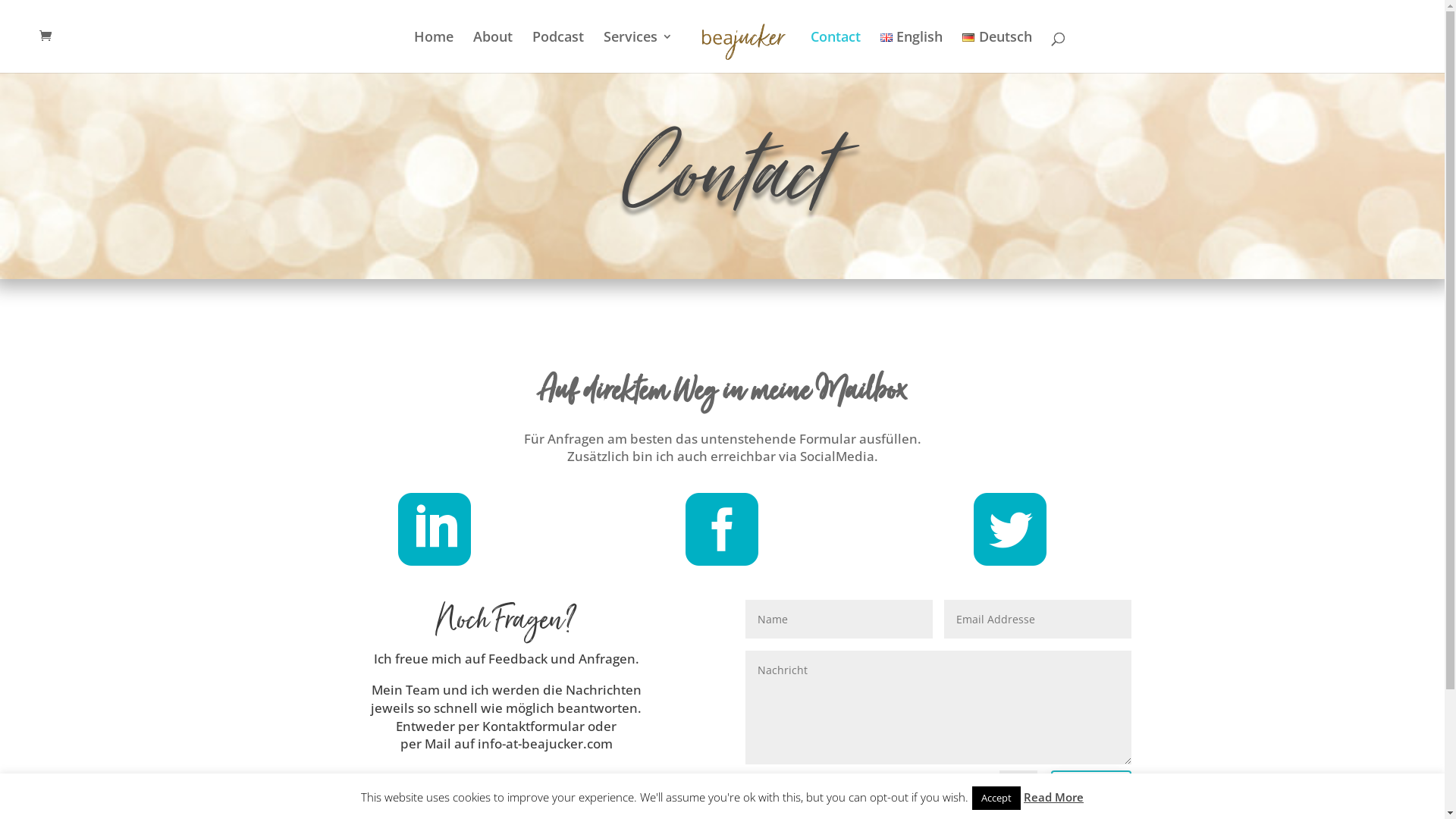 Image resolution: width=1456 pixels, height=819 pixels. What do you see at coordinates (557, 51) in the screenshot?
I see `'Podcast'` at bounding box center [557, 51].